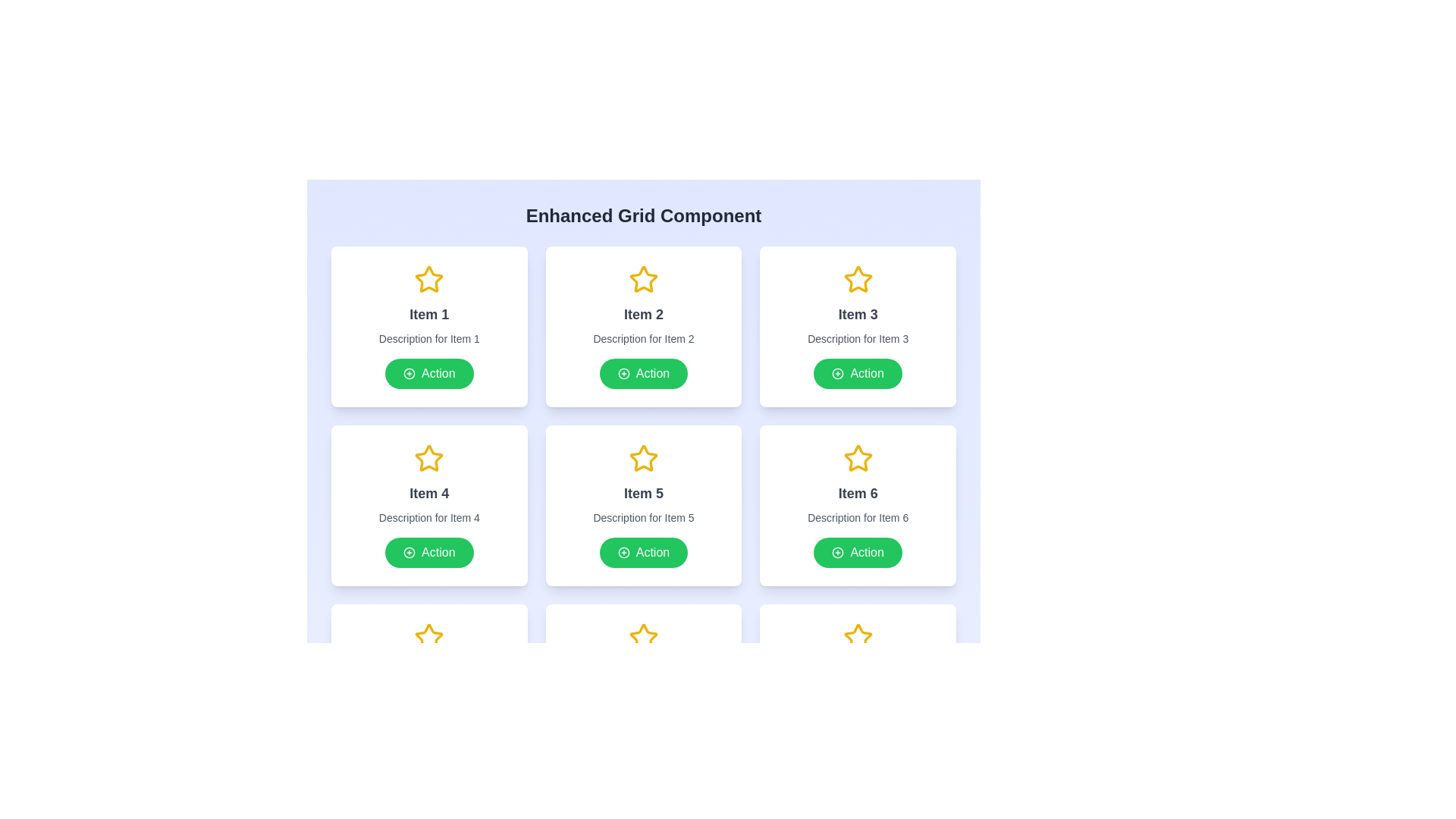 The height and width of the screenshot is (819, 1456). I want to click on the button located at the bottom of the card labeled 'Item 1', so click(428, 374).